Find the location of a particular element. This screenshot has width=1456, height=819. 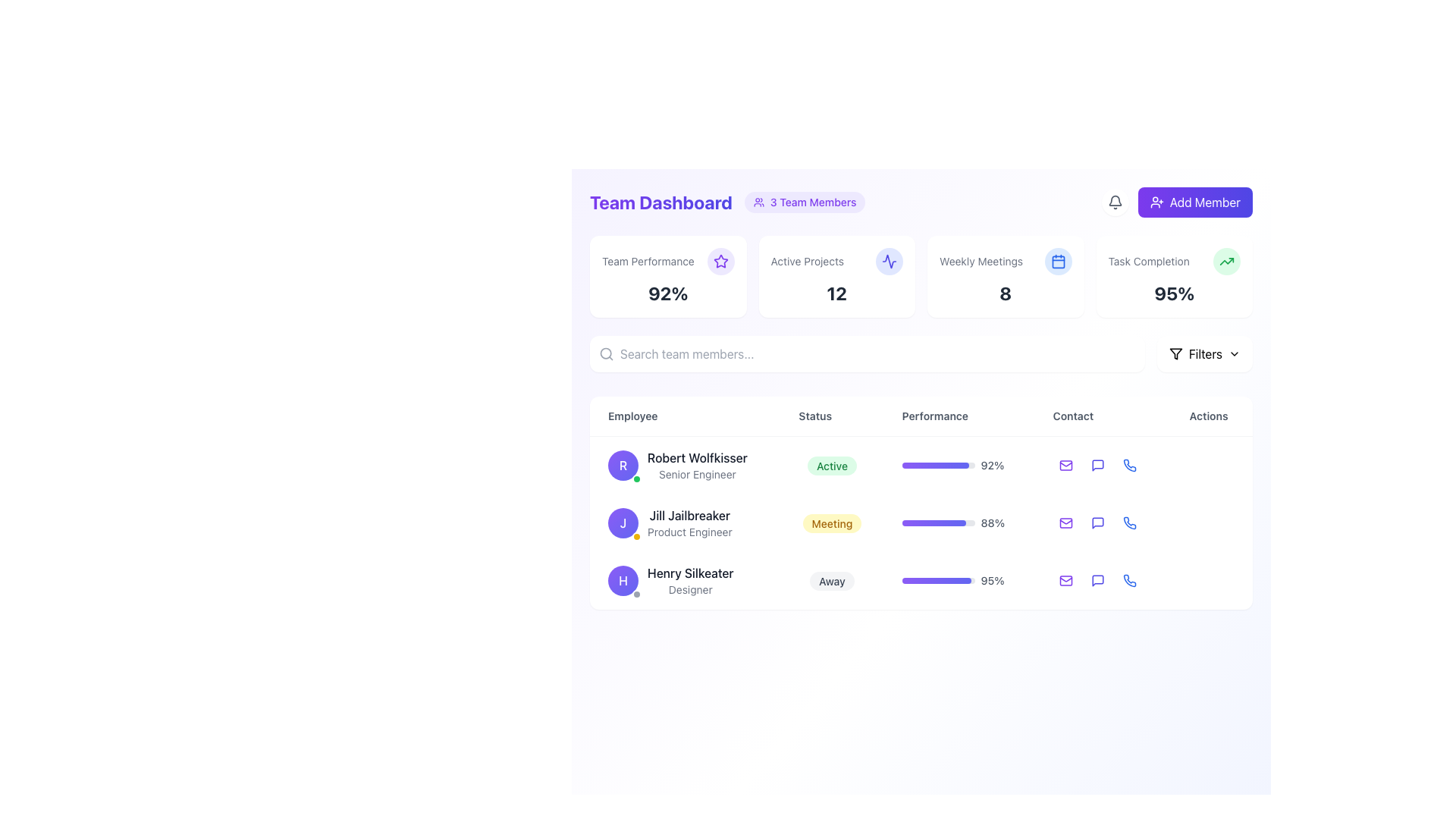

the email button in the 'Actions' column for the last entry labeled 'Henry Silkeater' is located at coordinates (1065, 580).